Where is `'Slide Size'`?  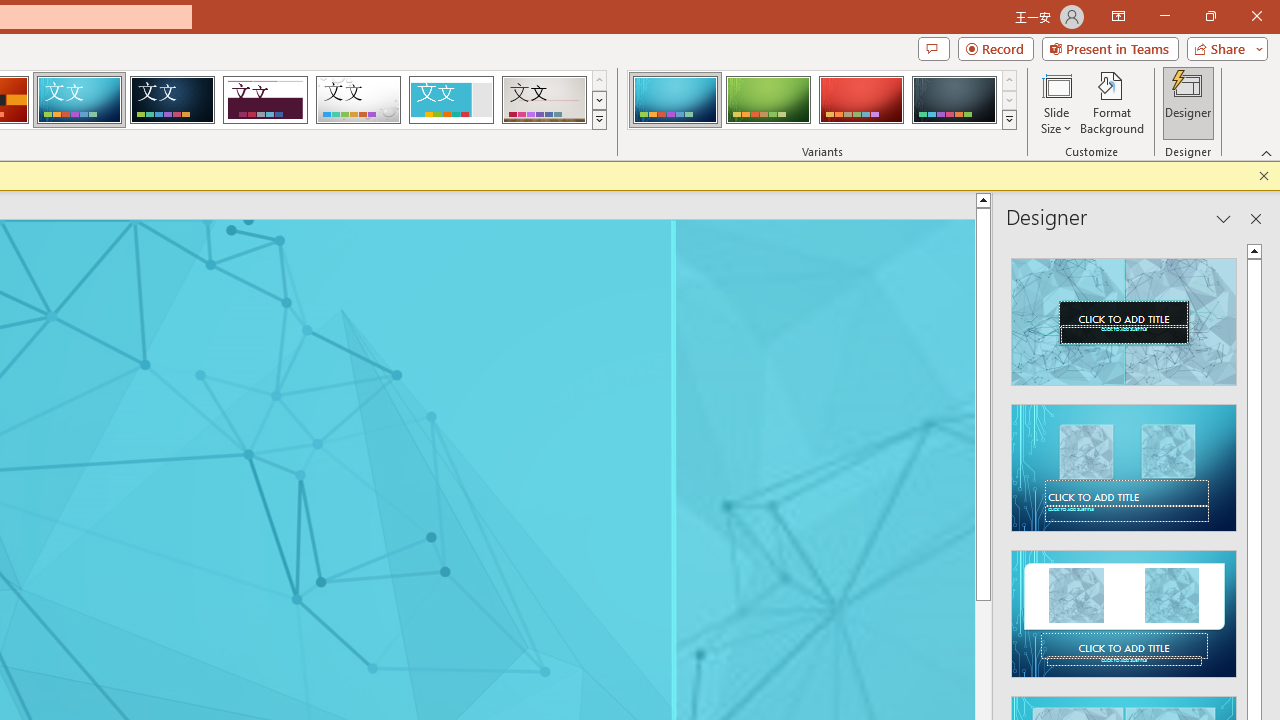
'Slide Size' is located at coordinates (1055, 103).